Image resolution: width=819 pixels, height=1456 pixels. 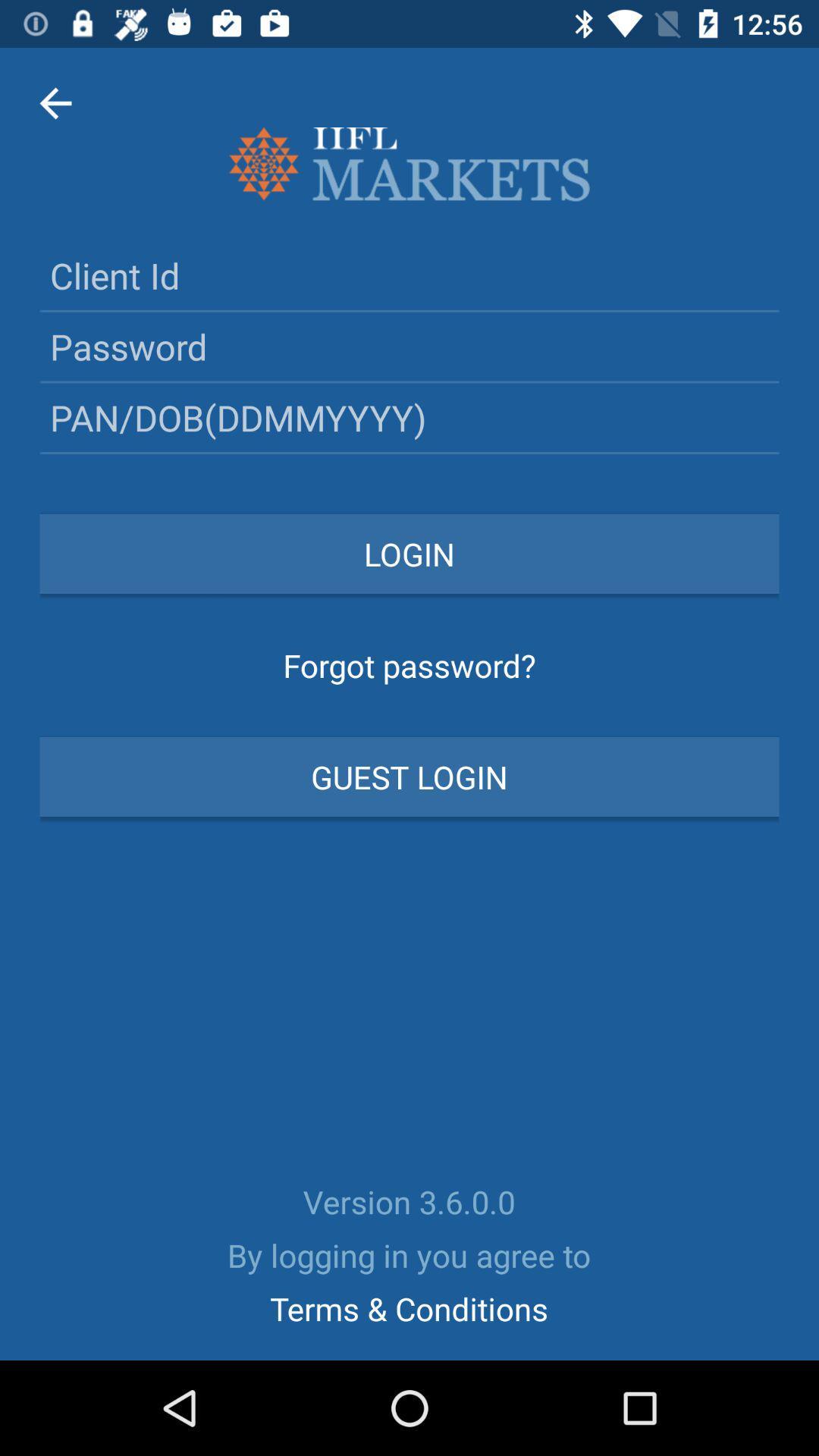 I want to click on the button guest login, so click(x=409, y=777).